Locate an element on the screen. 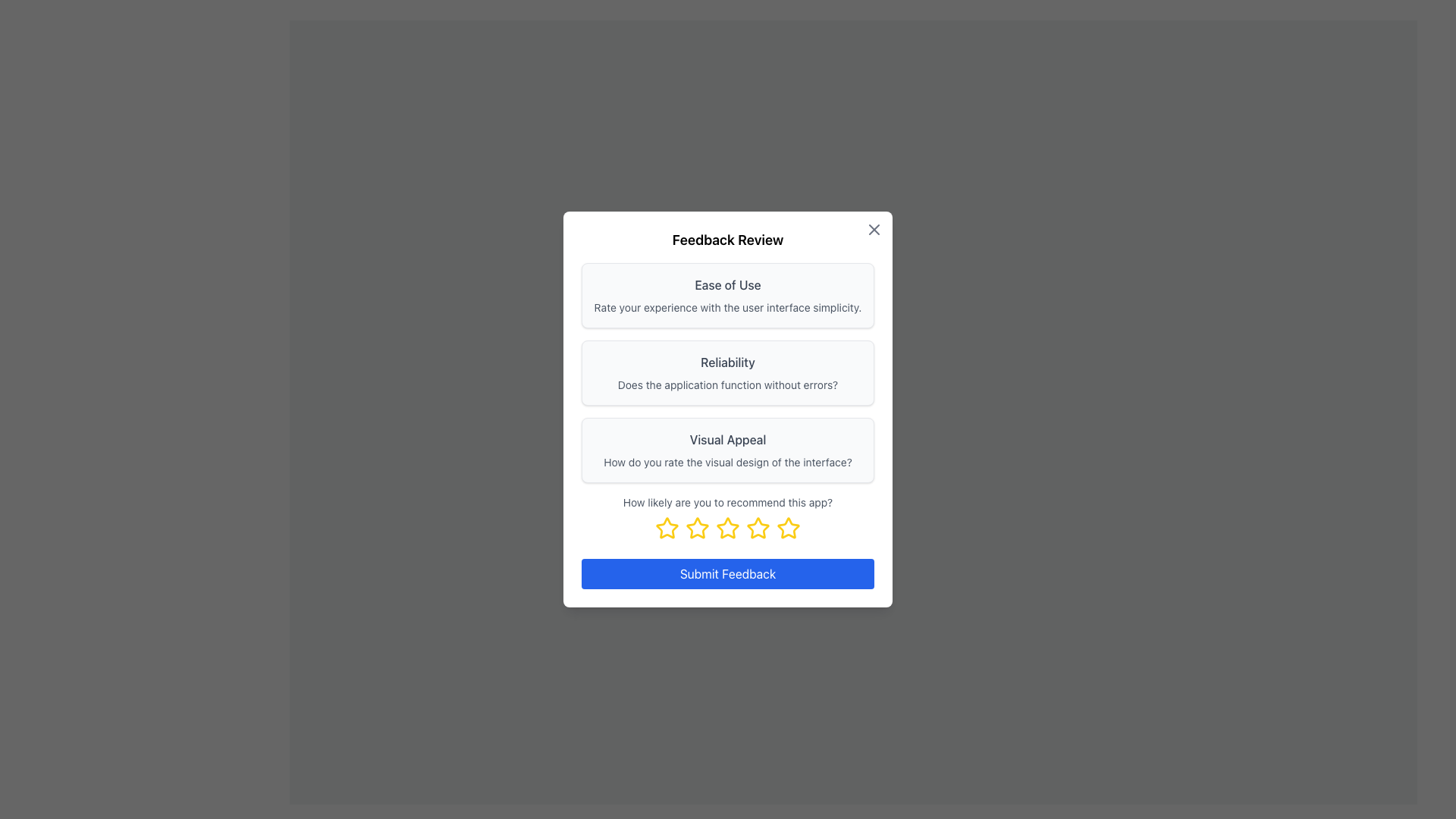 Image resolution: width=1456 pixels, height=819 pixels. the third star in the five-star rating system below the 'How likely are you to recommend this app?' heading is located at coordinates (728, 527).